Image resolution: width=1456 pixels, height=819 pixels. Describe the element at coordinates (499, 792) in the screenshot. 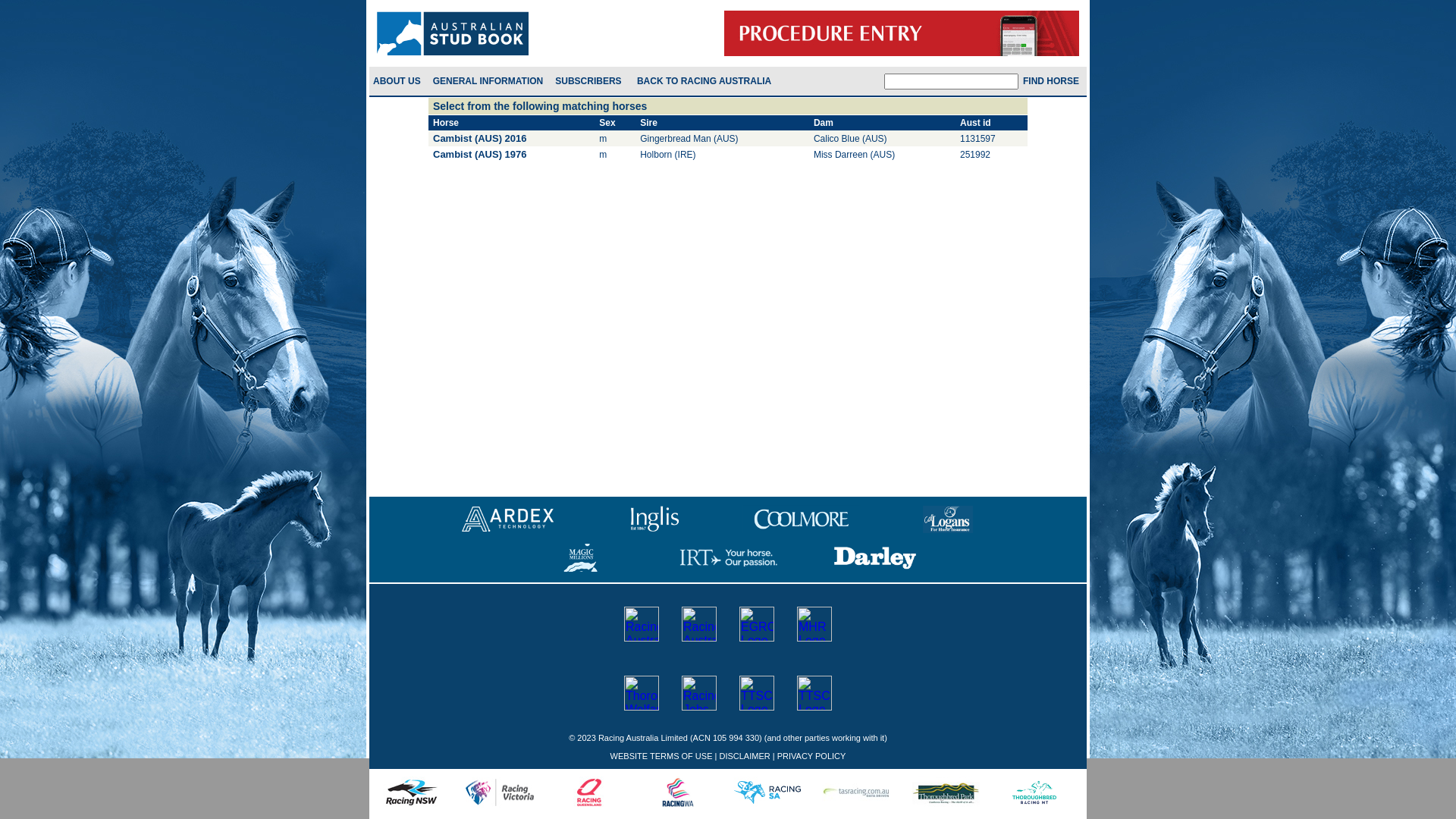

I see `'RacingVIC'` at that location.